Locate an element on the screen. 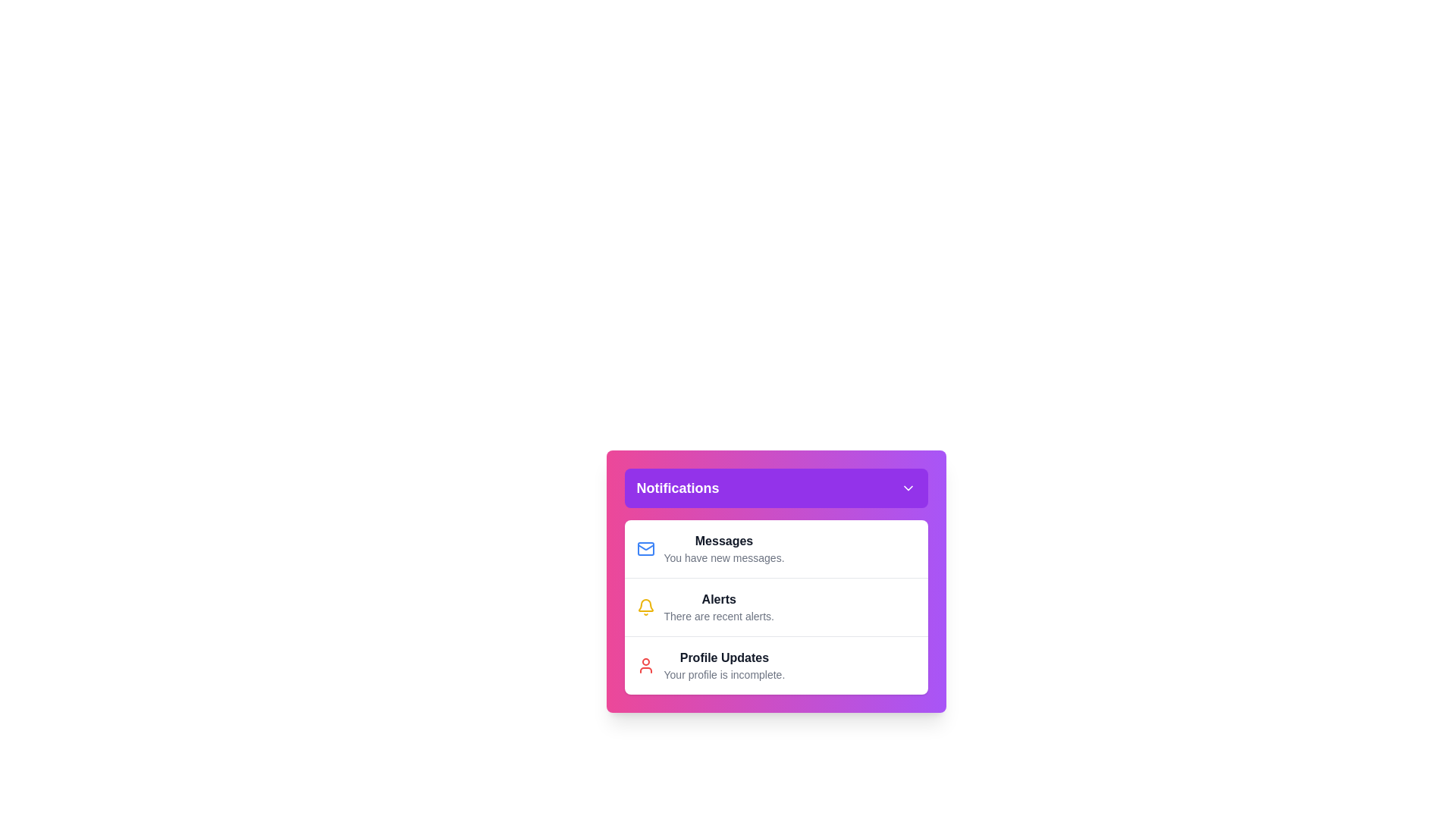 The height and width of the screenshot is (819, 1456). the Notification item that informs the user about the status of their profile being incomplete is located at coordinates (776, 664).